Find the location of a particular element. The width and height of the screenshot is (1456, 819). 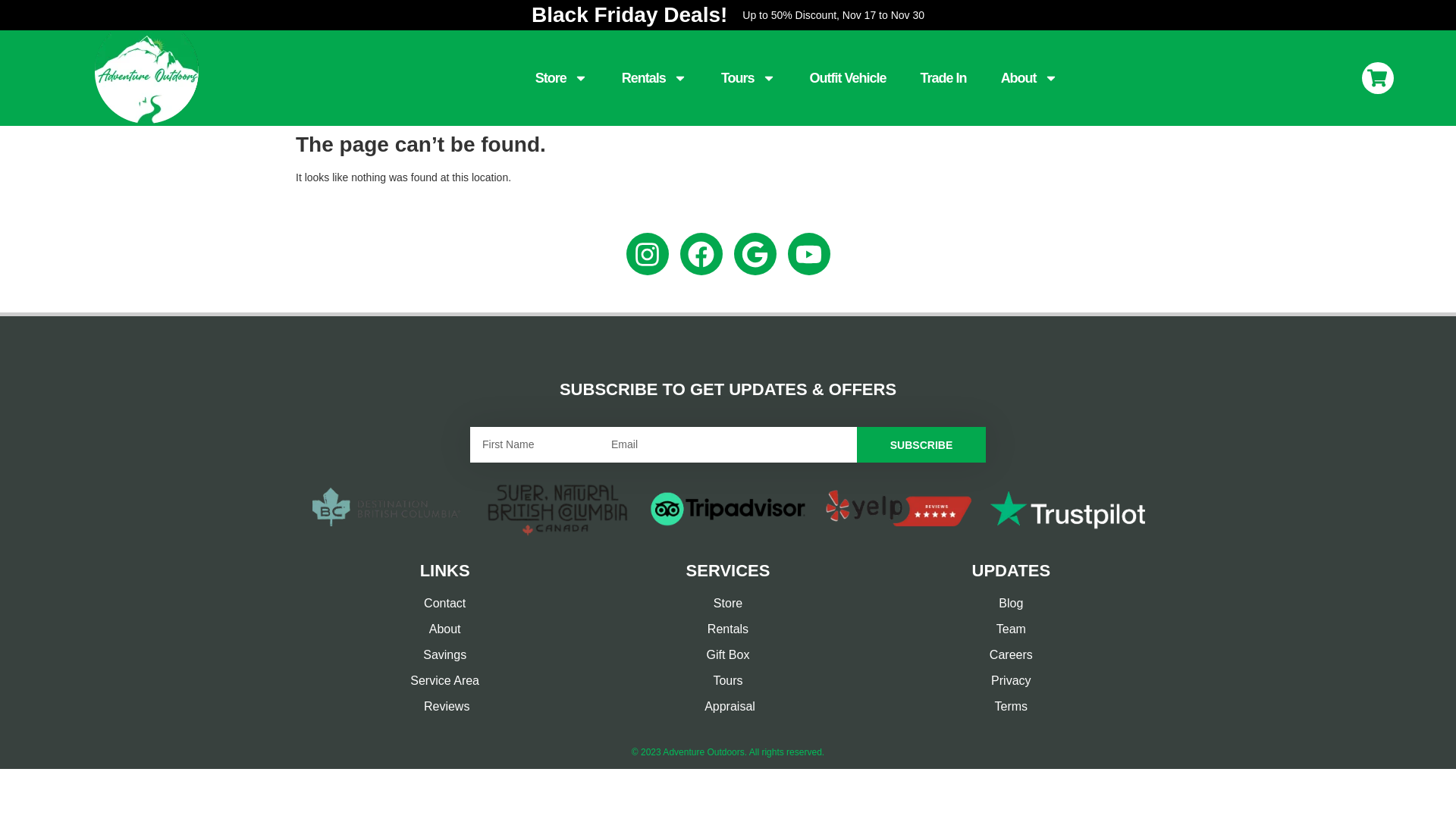

'Outfit Vehicle' is located at coordinates (847, 78).